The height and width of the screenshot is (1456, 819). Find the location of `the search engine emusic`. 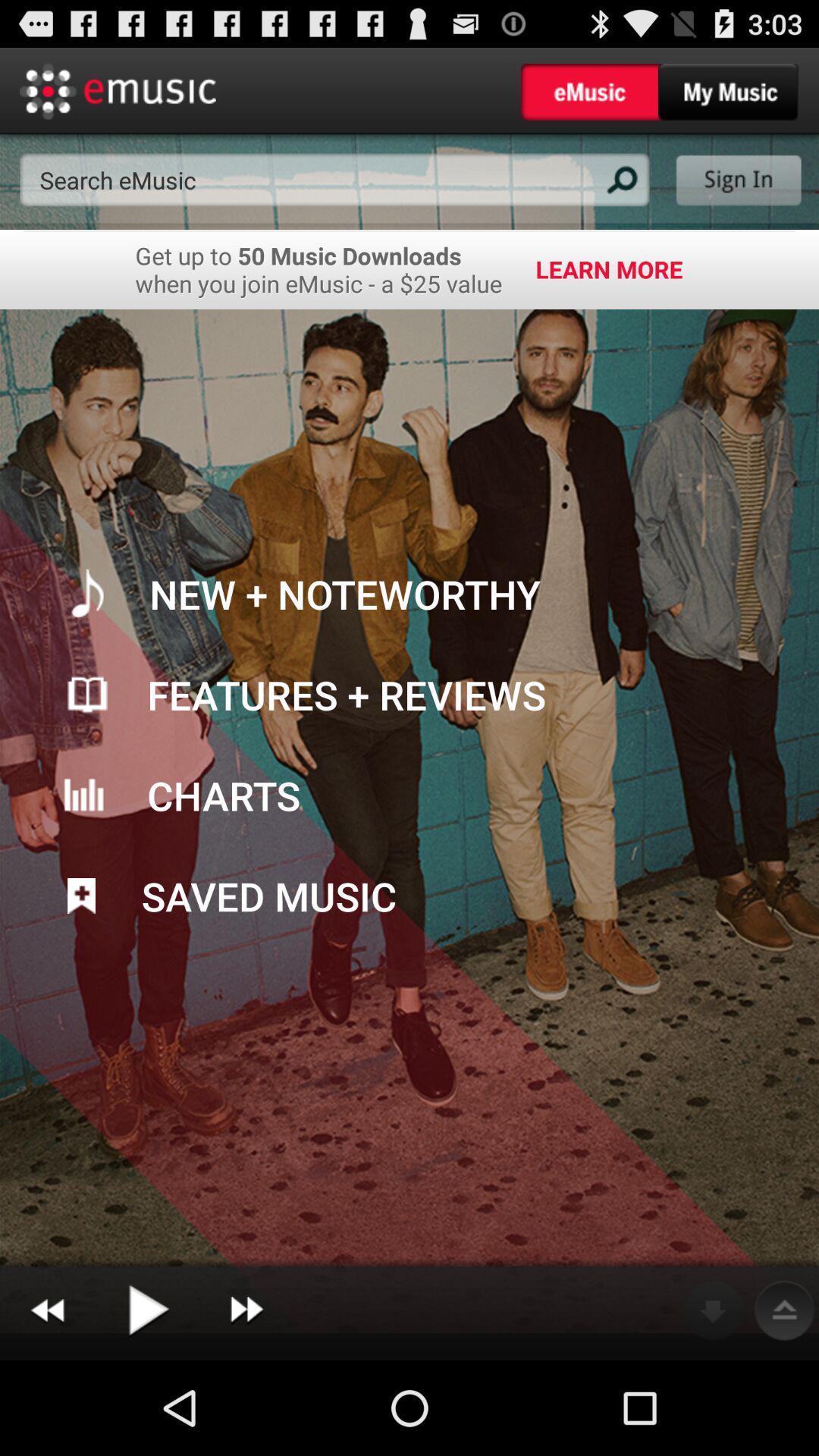

the search engine emusic is located at coordinates (334, 180).